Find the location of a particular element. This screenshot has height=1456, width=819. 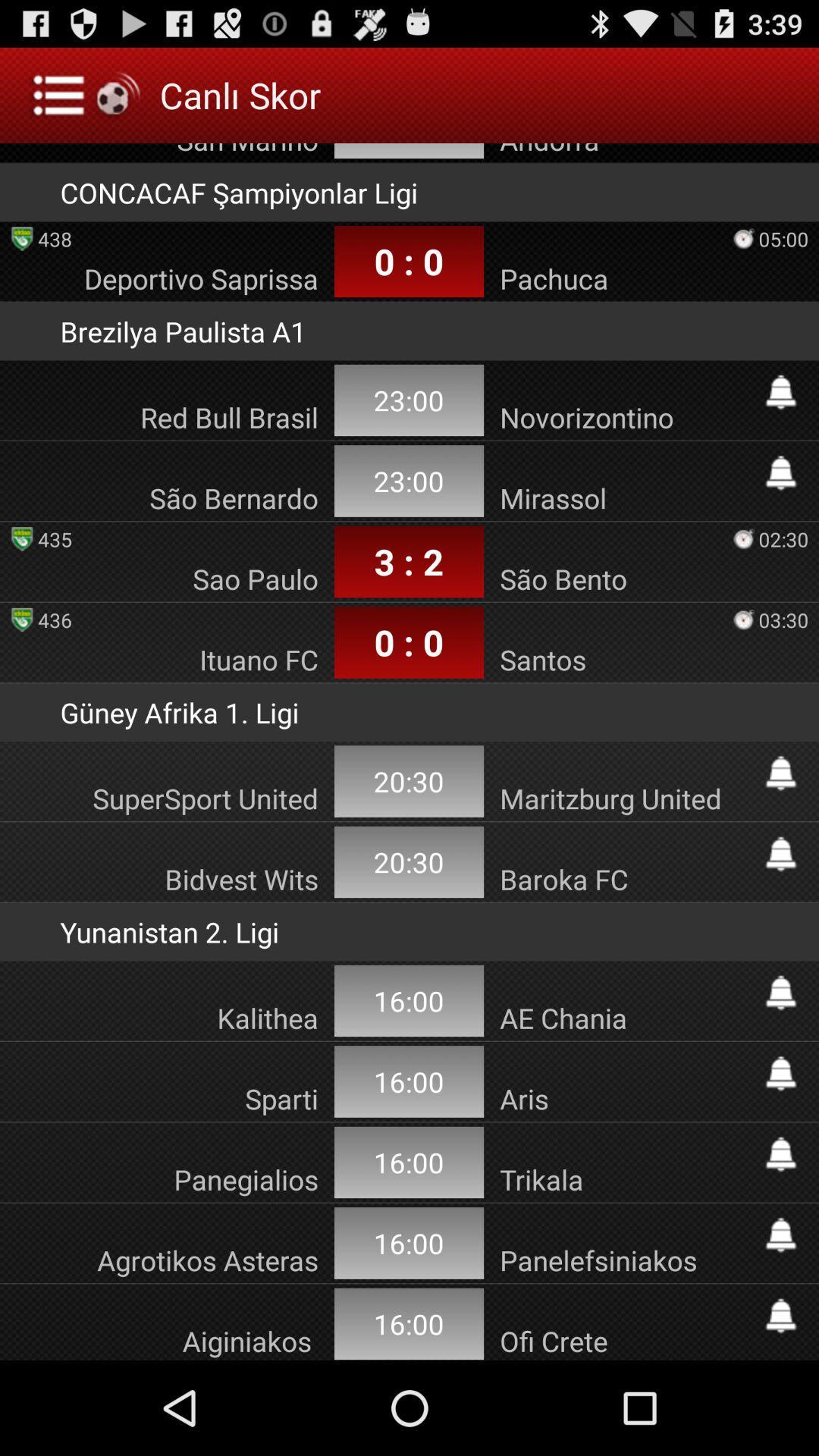

notification is located at coordinates (780, 392).